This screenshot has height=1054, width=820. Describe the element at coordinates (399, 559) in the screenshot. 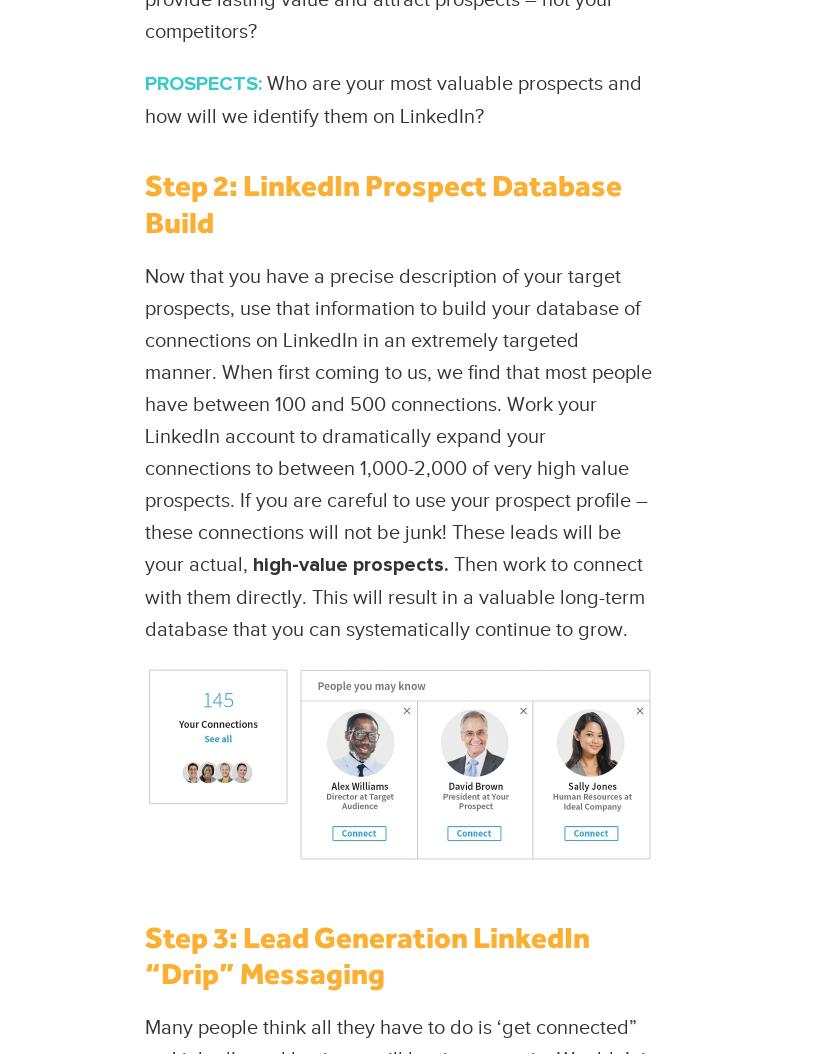

I see `'Privacy Policy'` at that location.